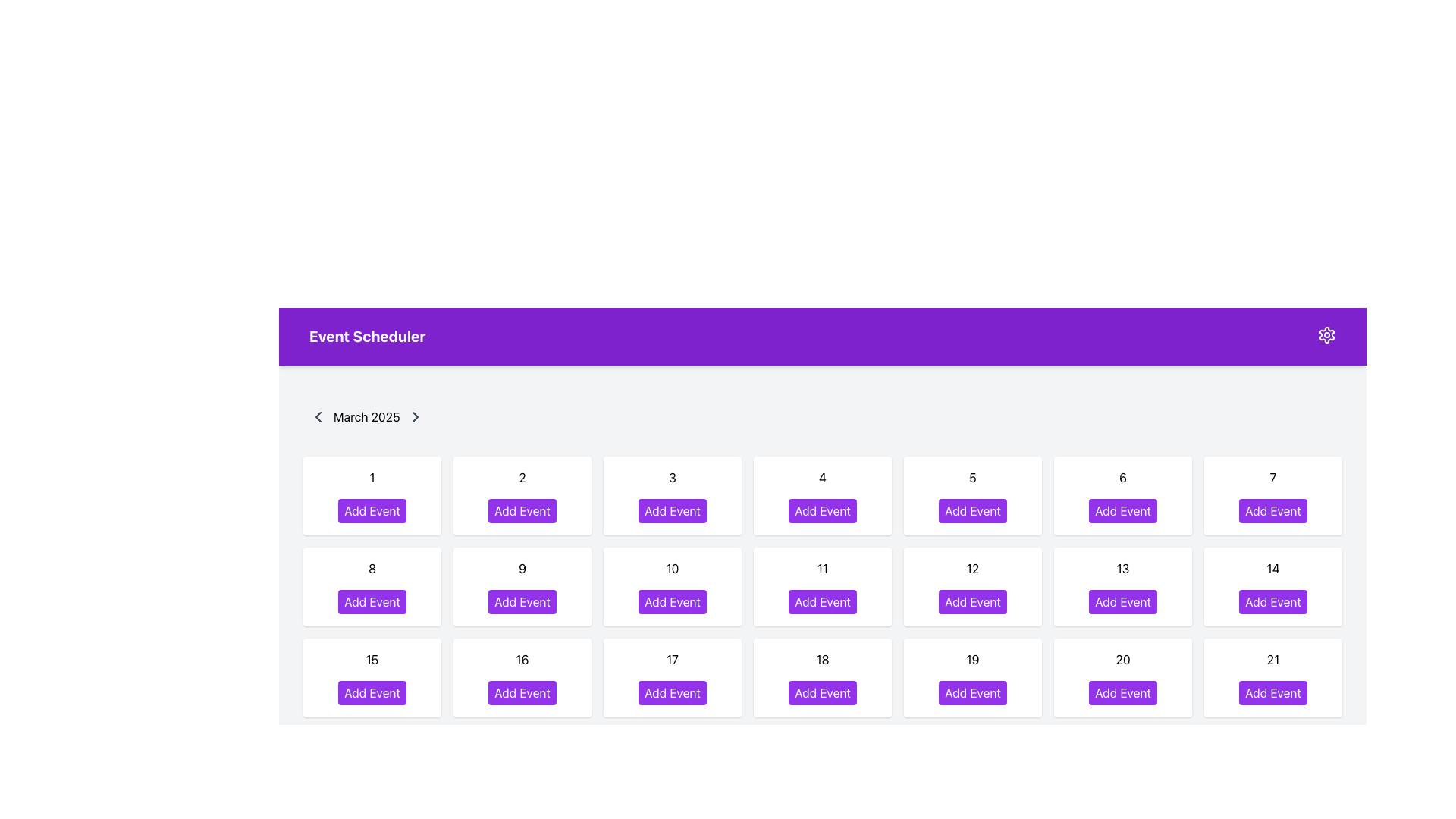 The image size is (1456, 819). I want to click on the 'Add Event' button located in the Interactive calendar day cell containing the number '18' in the third row and fourth column of the grid layout beneath the 'Event Scheduler' header and 'March 2025' label, so click(821, 677).